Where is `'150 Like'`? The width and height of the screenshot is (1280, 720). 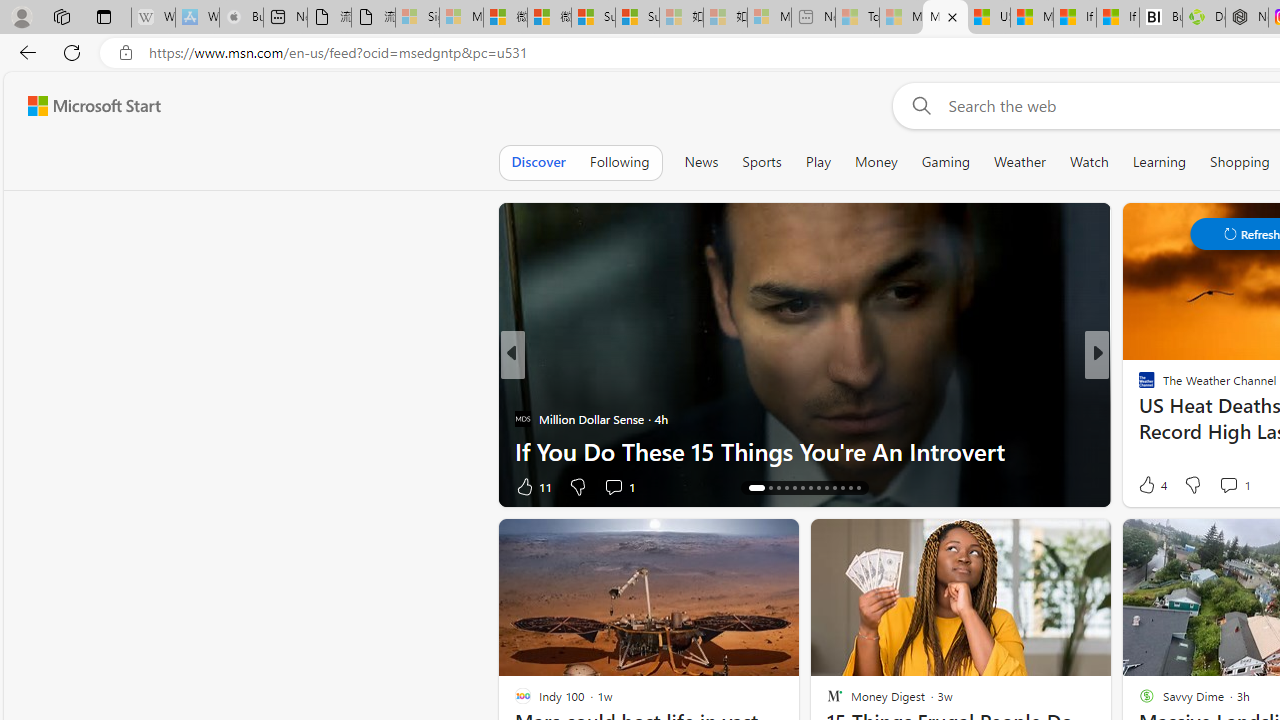 '150 Like' is located at coordinates (1152, 486).